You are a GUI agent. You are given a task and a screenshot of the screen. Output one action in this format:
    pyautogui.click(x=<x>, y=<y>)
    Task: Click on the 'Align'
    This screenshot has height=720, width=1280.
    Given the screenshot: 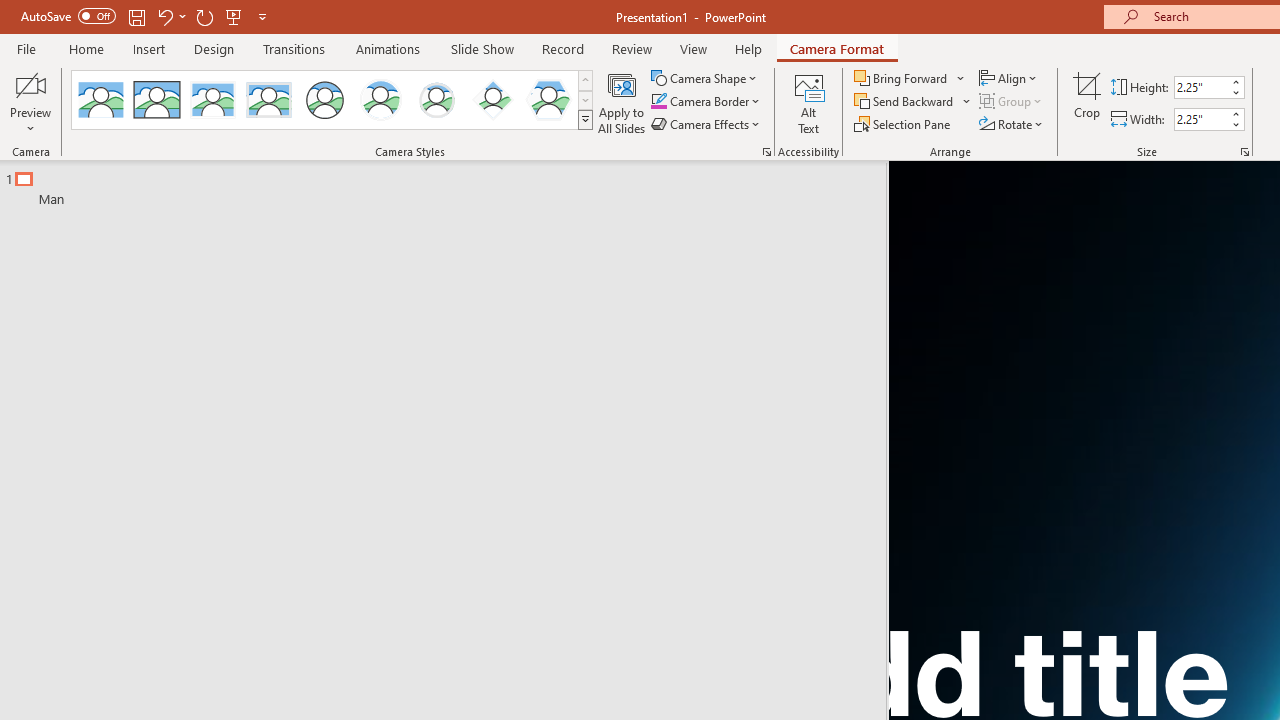 What is the action you would take?
    pyautogui.click(x=1009, y=77)
    